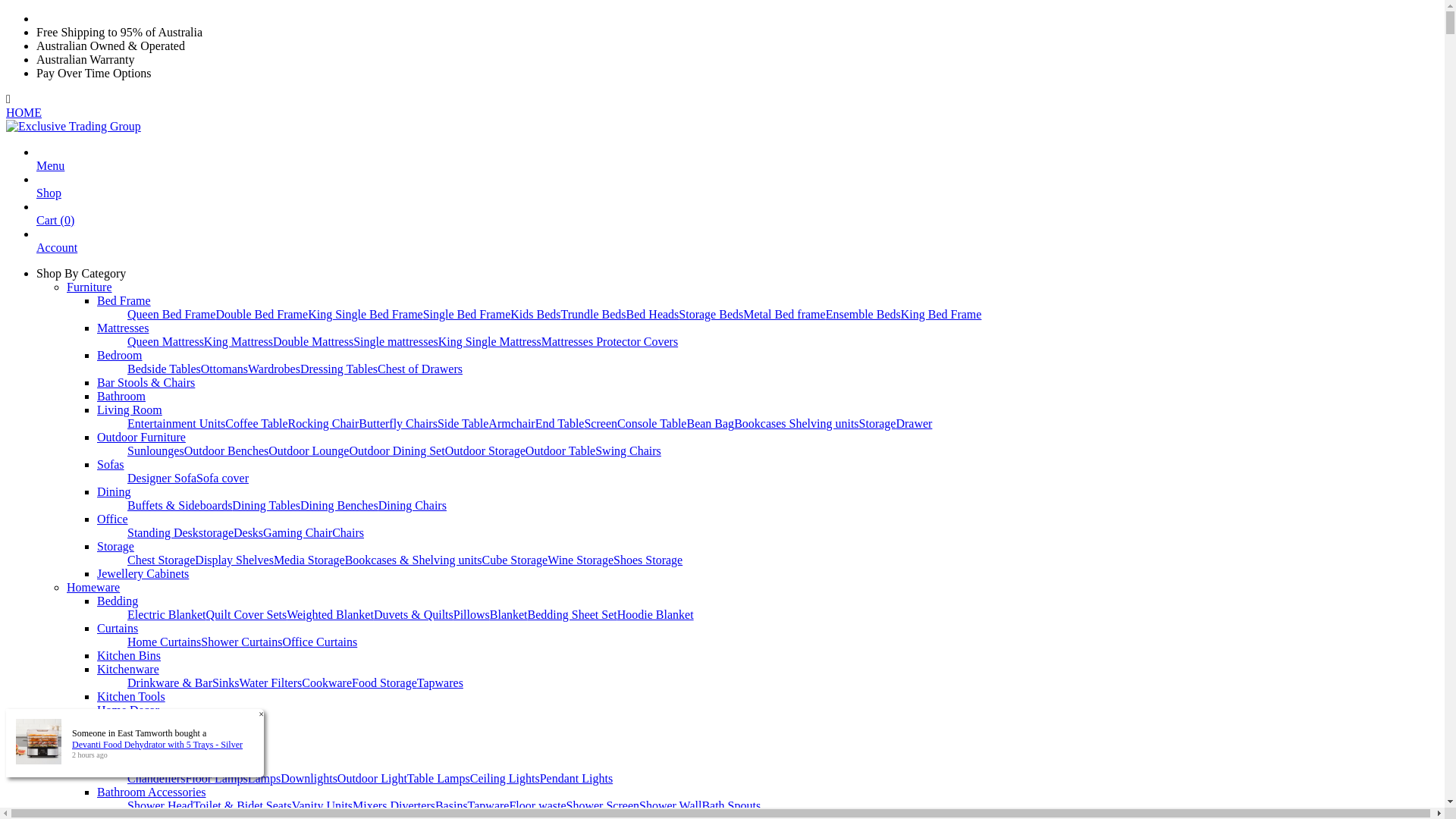  What do you see at coordinates (96, 696) in the screenshot?
I see `'Kitchen Tools'` at bounding box center [96, 696].